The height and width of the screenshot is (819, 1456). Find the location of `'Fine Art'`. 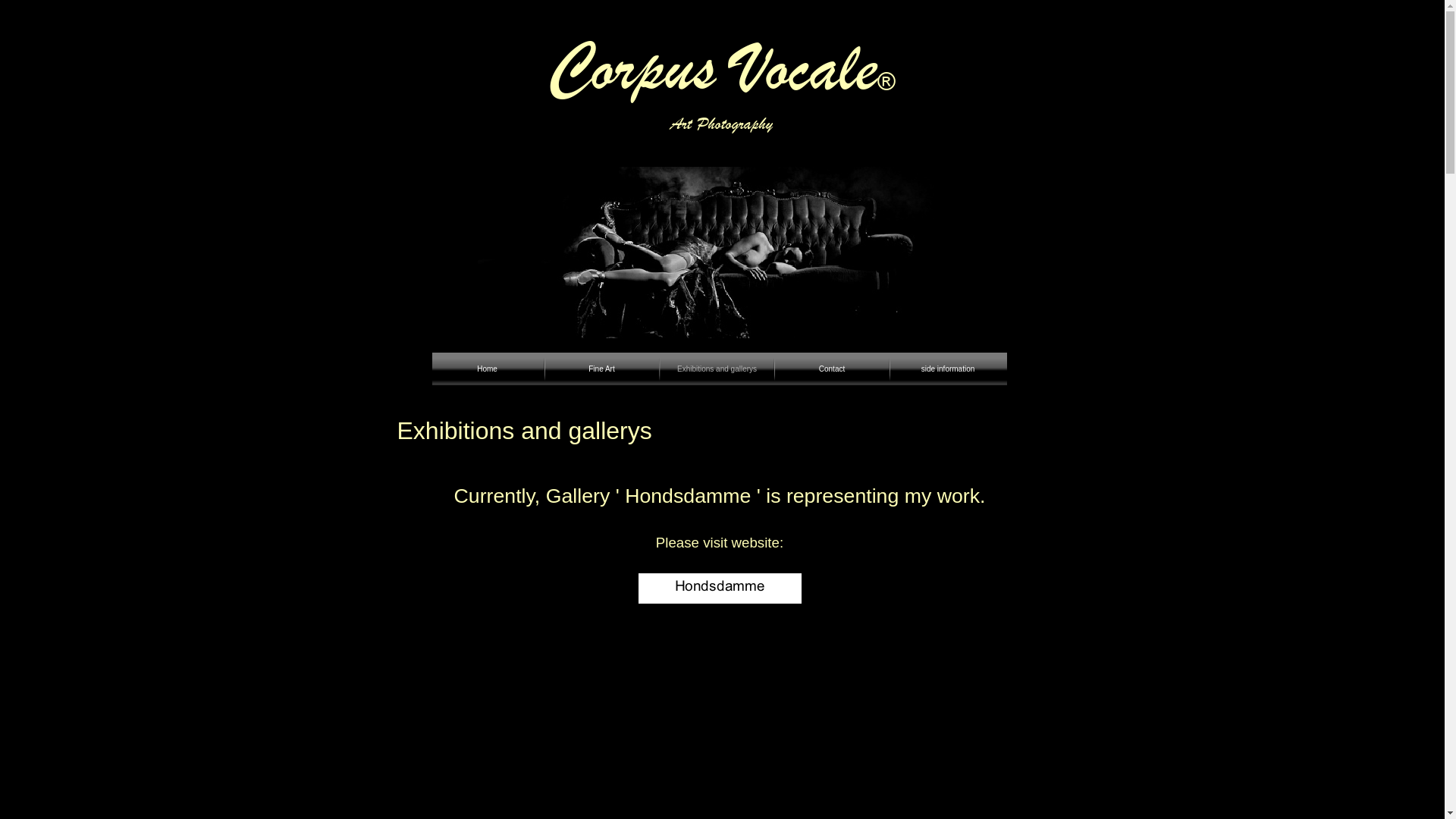

'Fine Art' is located at coordinates (600, 369).